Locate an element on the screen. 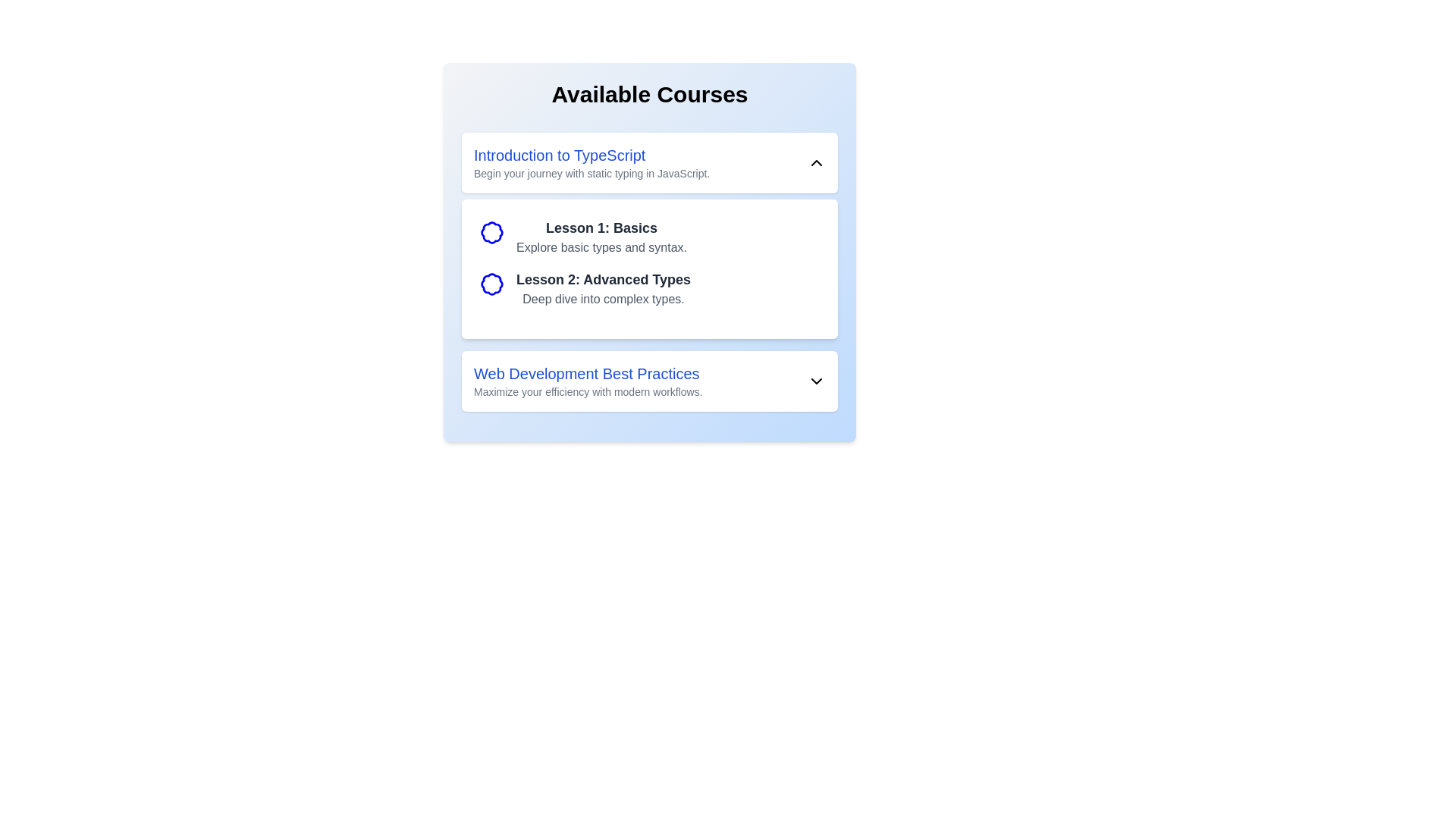 This screenshot has height=819, width=1456. the Interactive card representing 'Lesson 1: Basics' for keyboard navigation is located at coordinates (650, 237).